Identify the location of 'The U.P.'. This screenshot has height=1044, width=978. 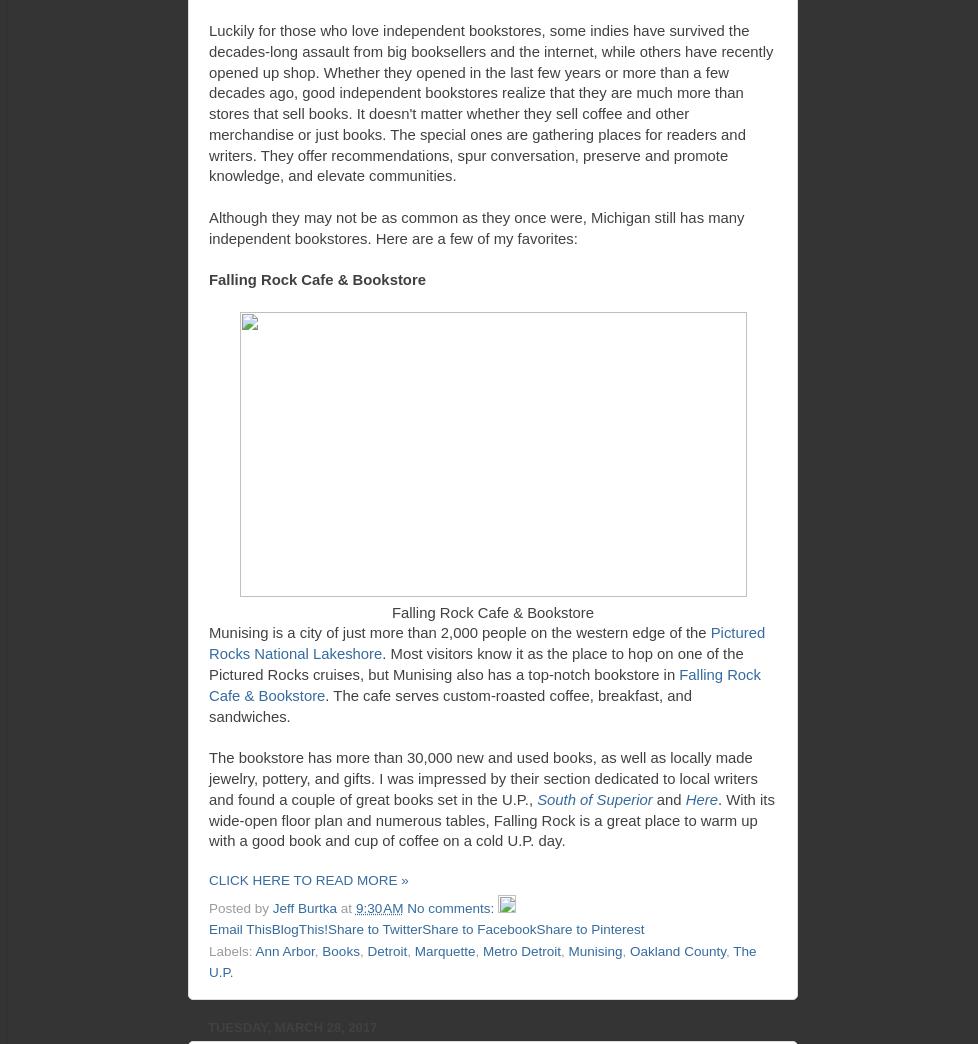
(481, 960).